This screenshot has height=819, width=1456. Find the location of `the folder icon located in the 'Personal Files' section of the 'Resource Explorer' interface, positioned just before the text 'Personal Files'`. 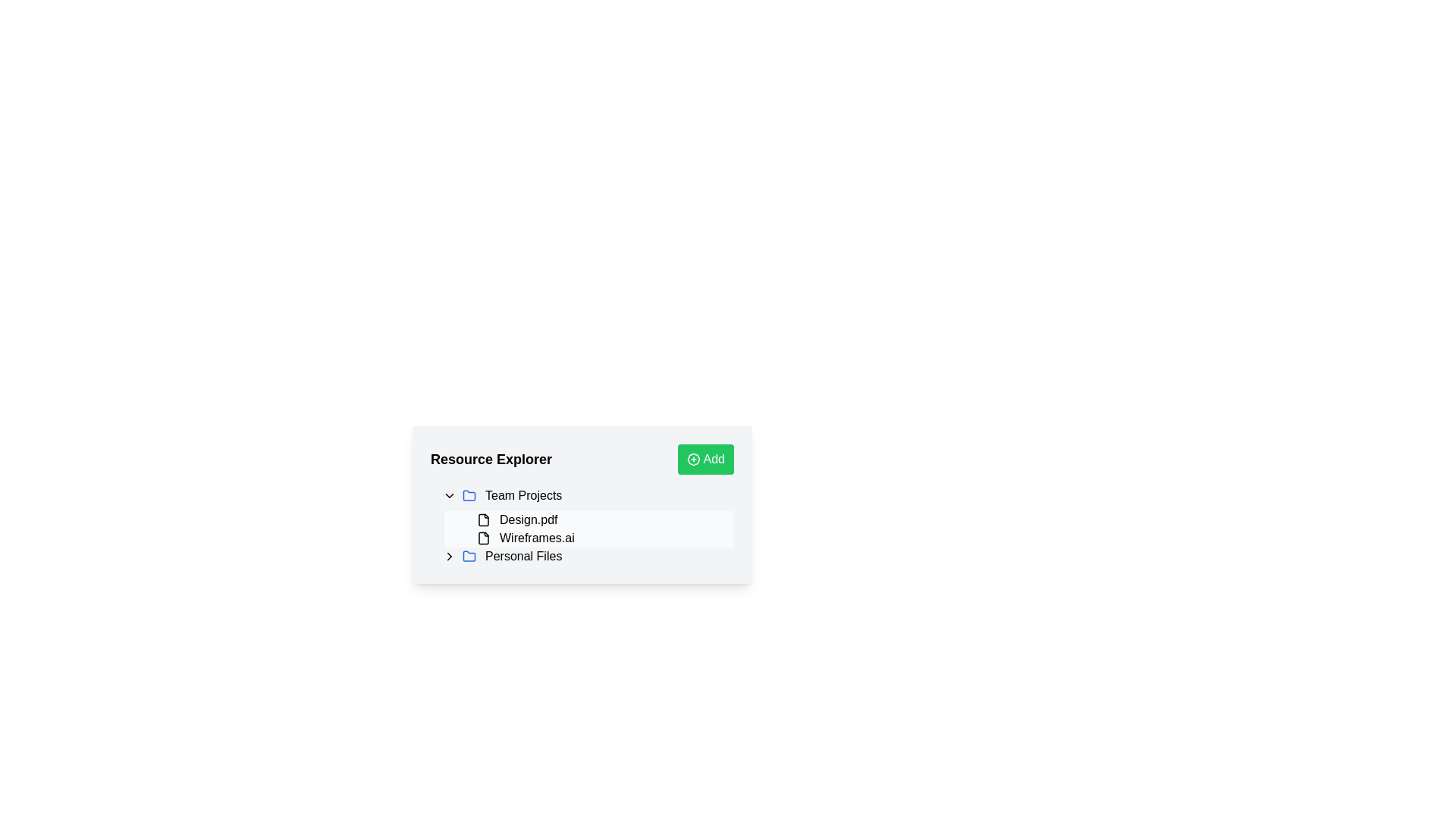

the folder icon located in the 'Personal Files' section of the 'Resource Explorer' interface, positioned just before the text 'Personal Files' is located at coordinates (469, 555).